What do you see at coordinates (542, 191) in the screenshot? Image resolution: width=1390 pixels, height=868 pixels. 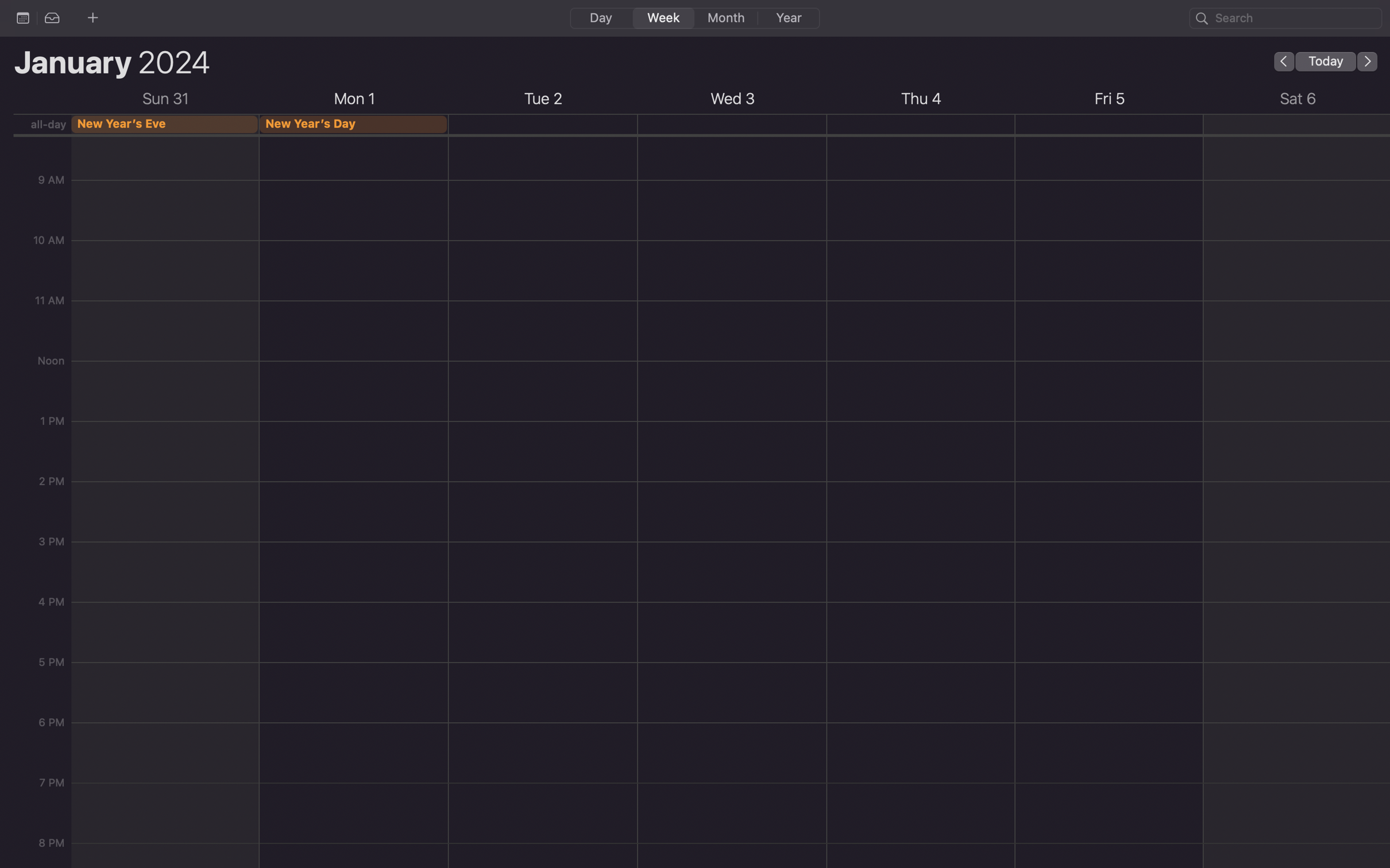 I see `up an agenda for Wednesday from 10:30 am to 2 pm` at bounding box center [542, 191].